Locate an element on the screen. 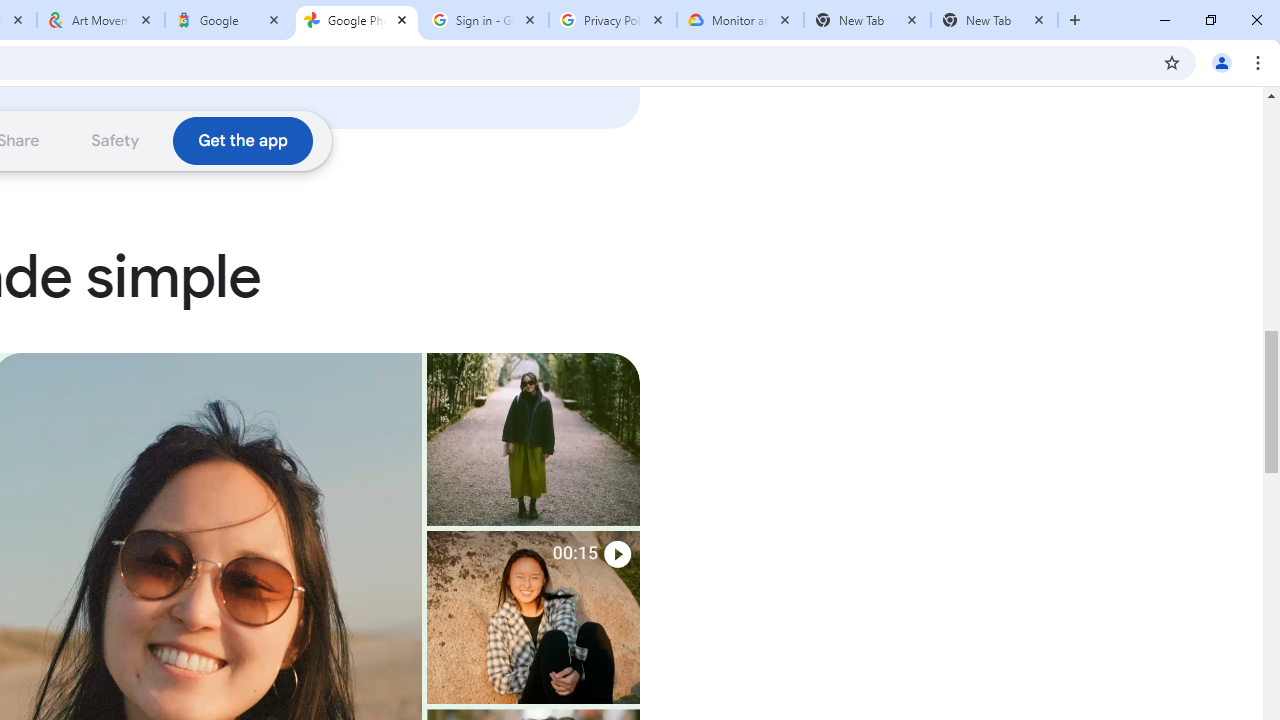  'Google' is located at coordinates (229, 20).